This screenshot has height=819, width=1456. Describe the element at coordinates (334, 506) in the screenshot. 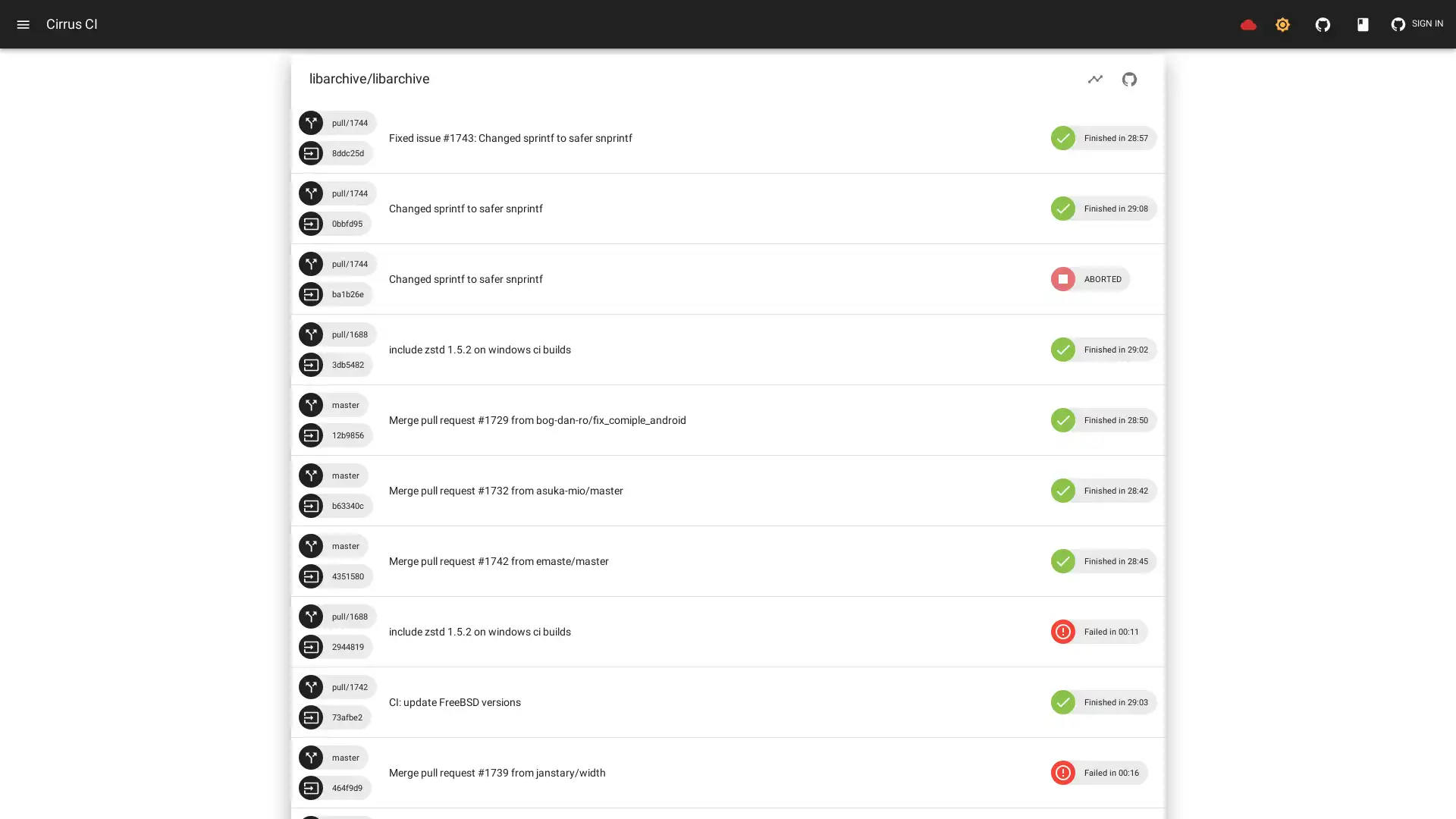

I see `b63340c` at that location.